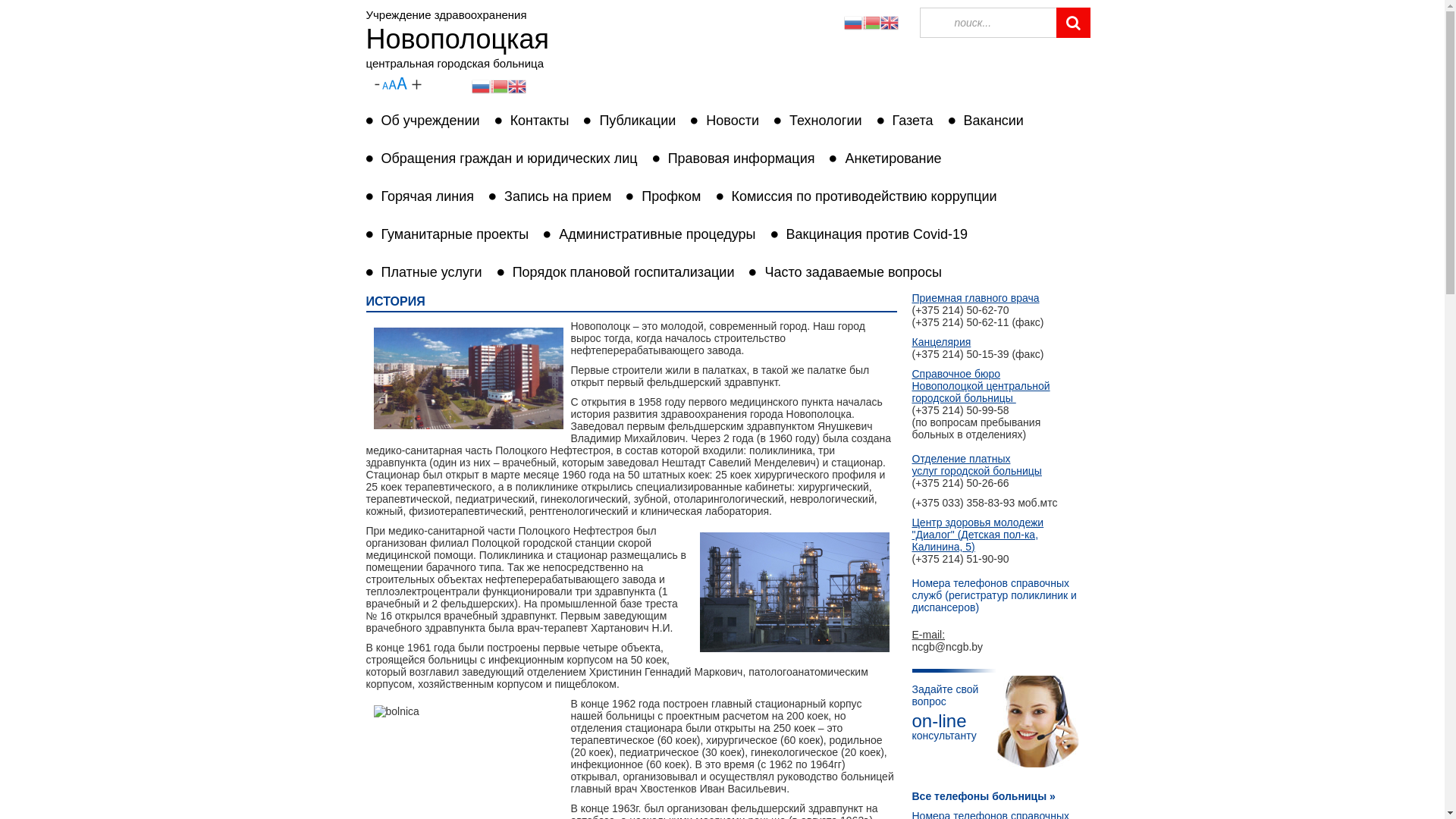 Image resolution: width=1456 pixels, height=819 pixels. I want to click on 'English', so click(516, 85).